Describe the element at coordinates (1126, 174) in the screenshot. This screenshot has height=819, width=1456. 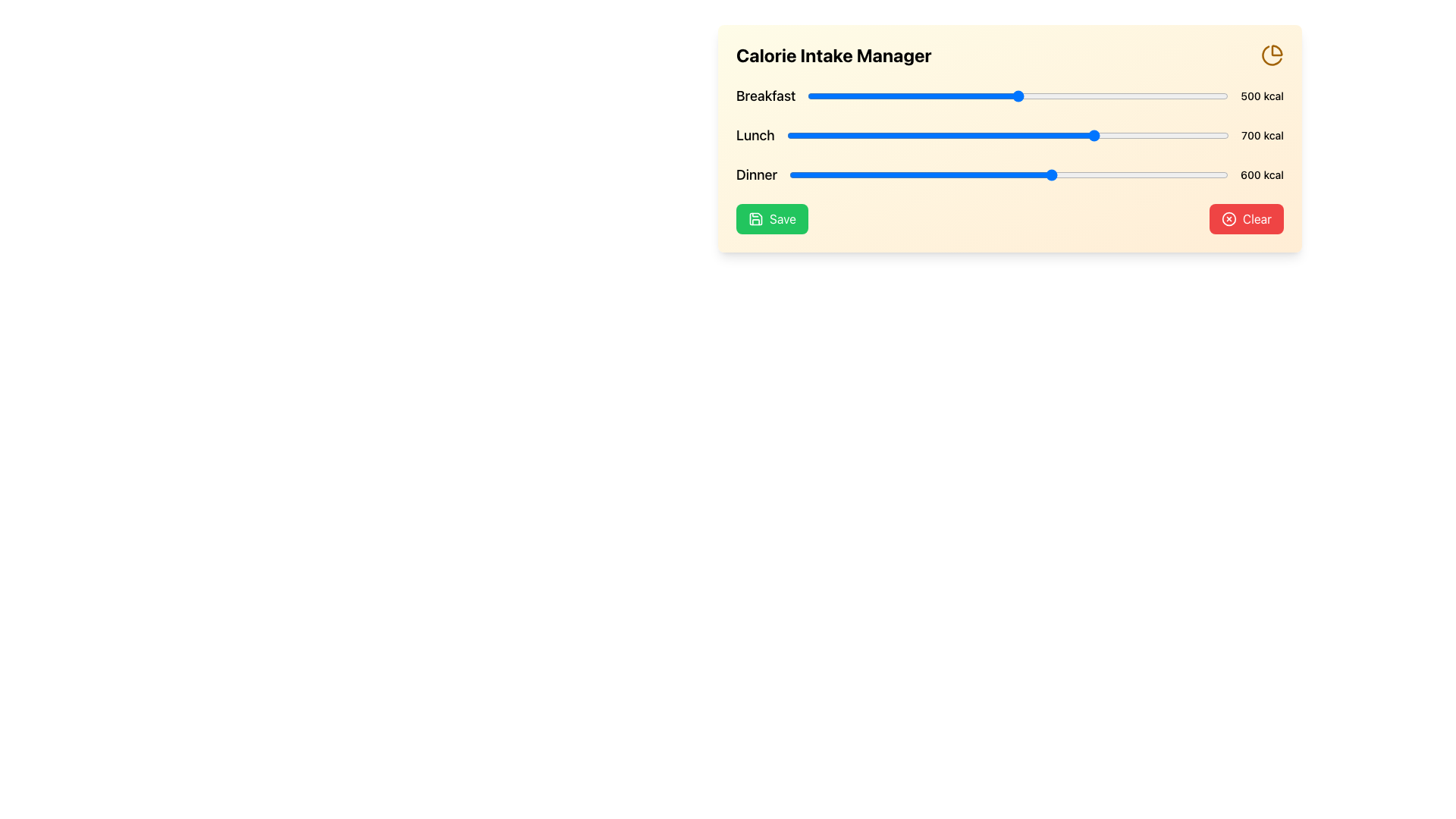
I see `Dinner kcal` at that location.